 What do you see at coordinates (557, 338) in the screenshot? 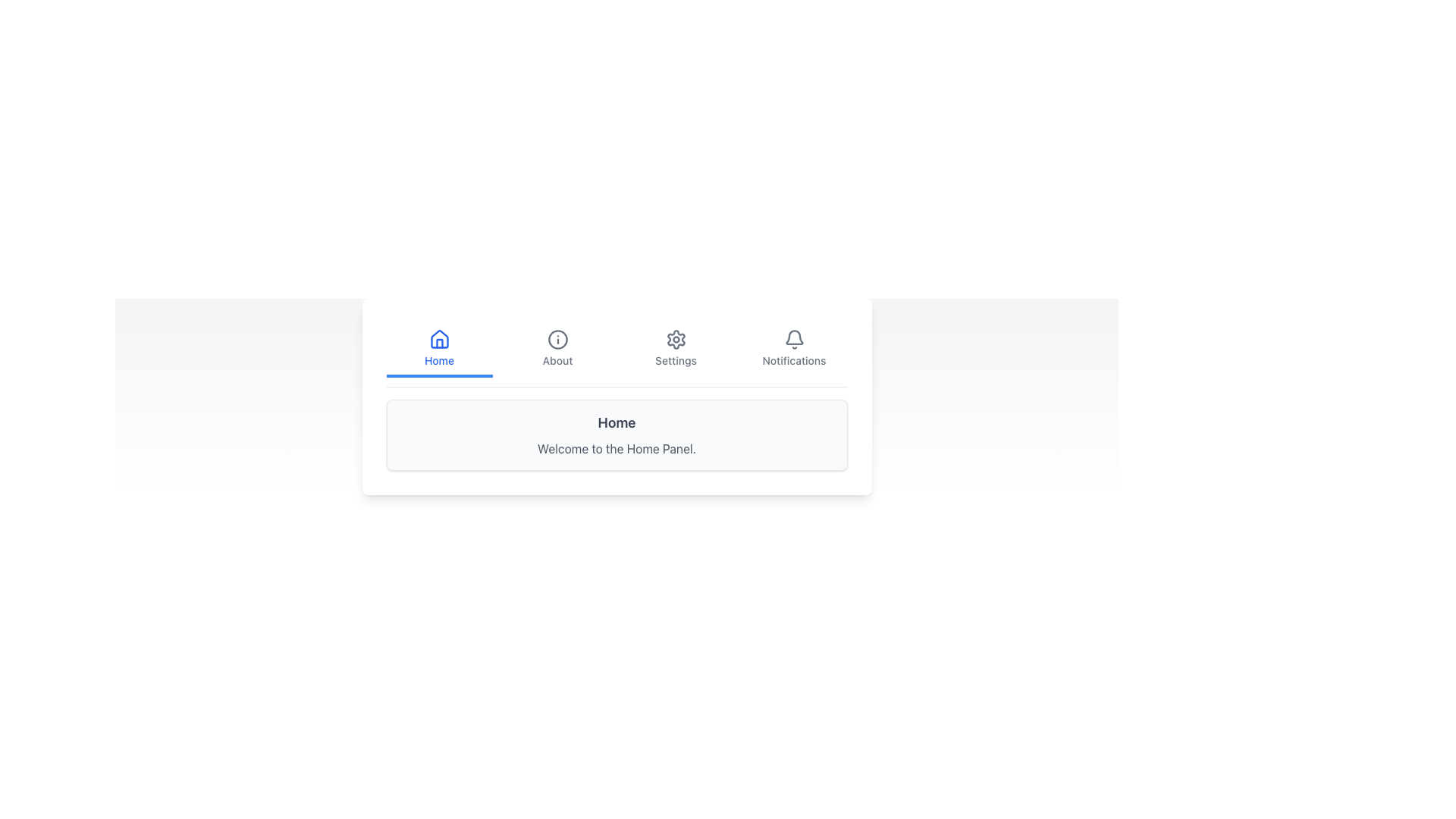
I see `the information icon, which is a circular SVG graphical icon with a dot and line inside, located above the 'About' text element` at bounding box center [557, 338].